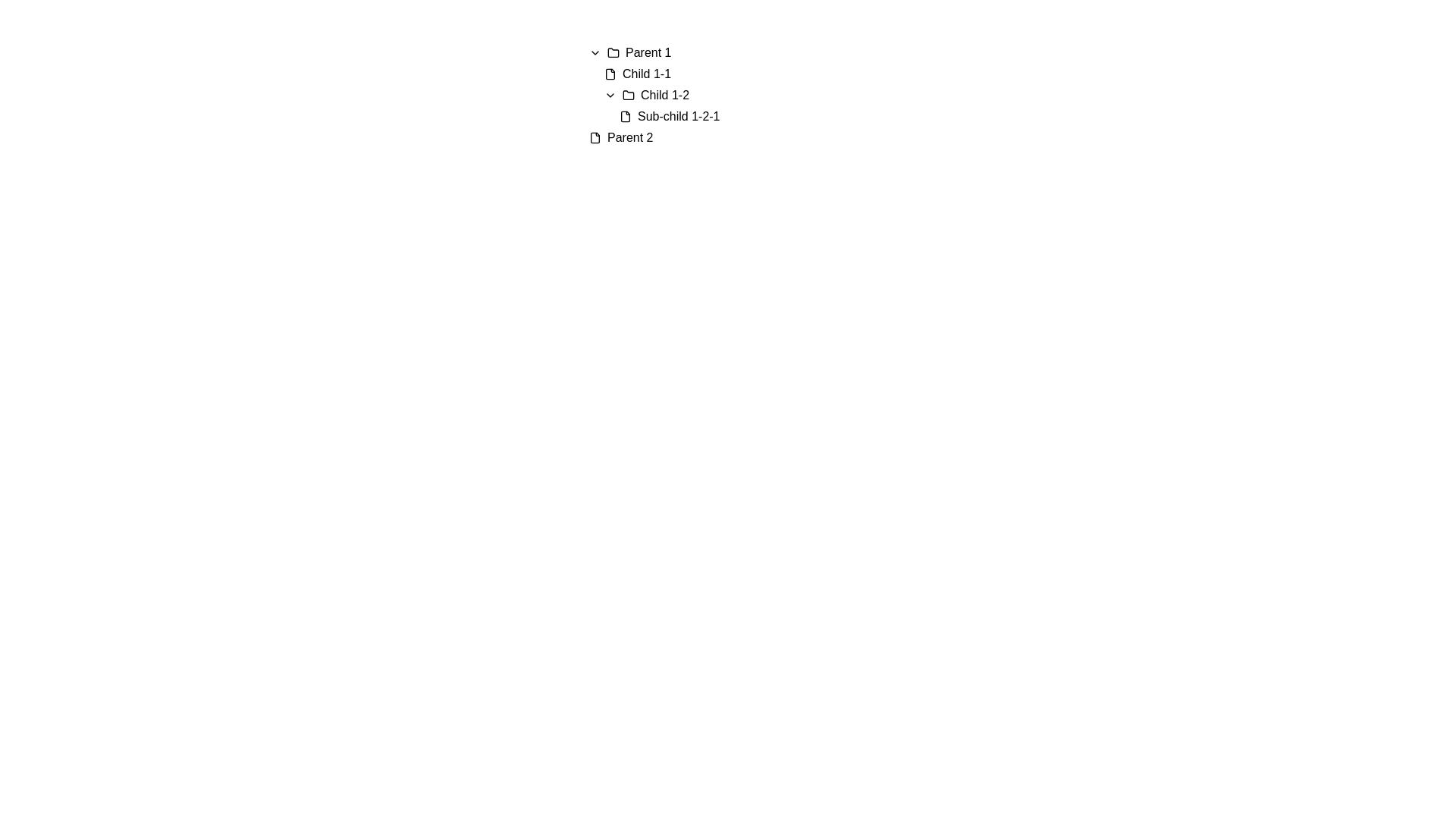 This screenshot has width=1456, height=819. Describe the element at coordinates (629, 94) in the screenshot. I see `the folder icon, which is a graphical representation of a traditional folder outline with a rightward-oriented tab` at that location.